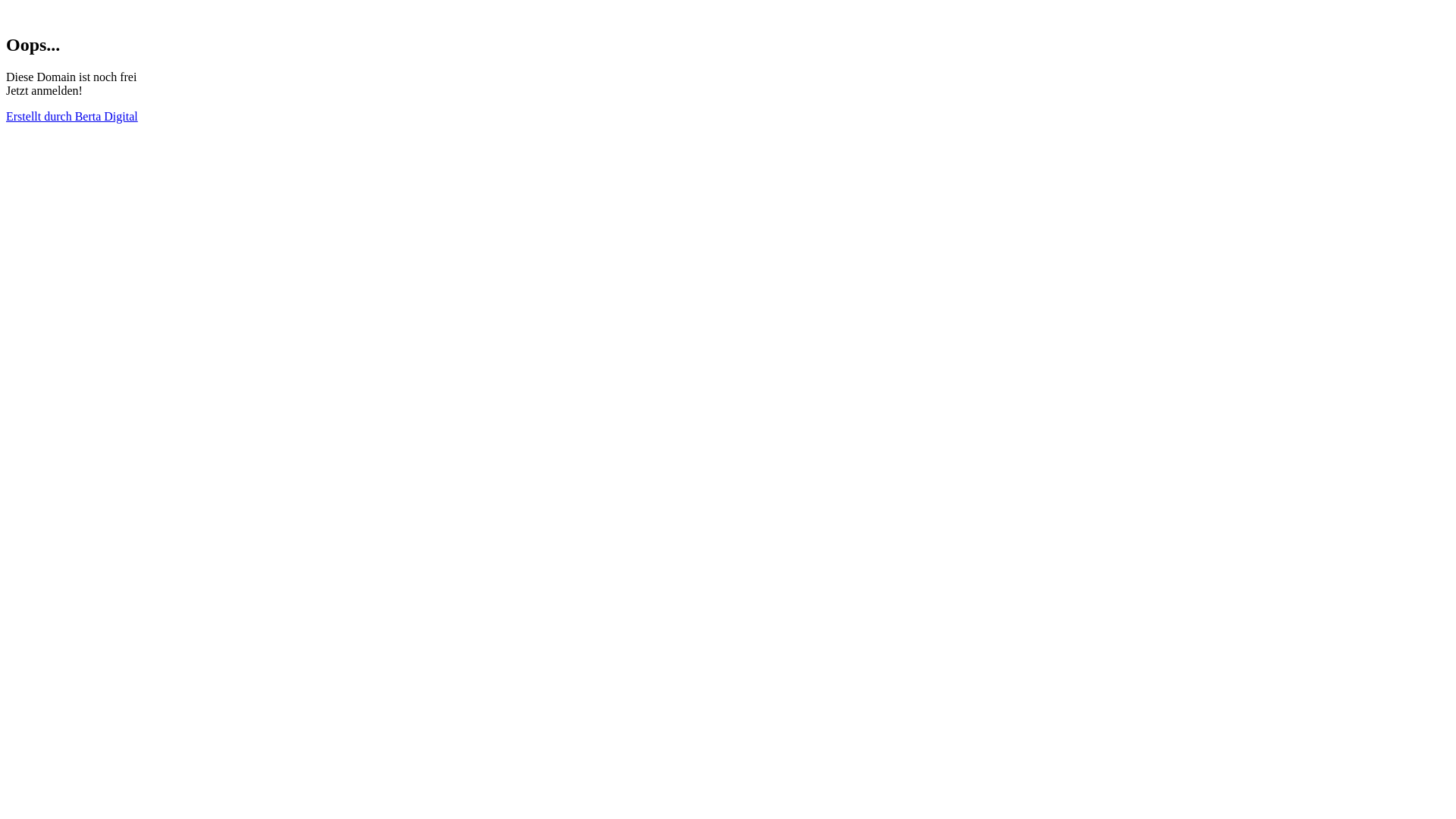  Describe the element at coordinates (71, 115) in the screenshot. I see `'Erstellt durch Berta Digital'` at that location.